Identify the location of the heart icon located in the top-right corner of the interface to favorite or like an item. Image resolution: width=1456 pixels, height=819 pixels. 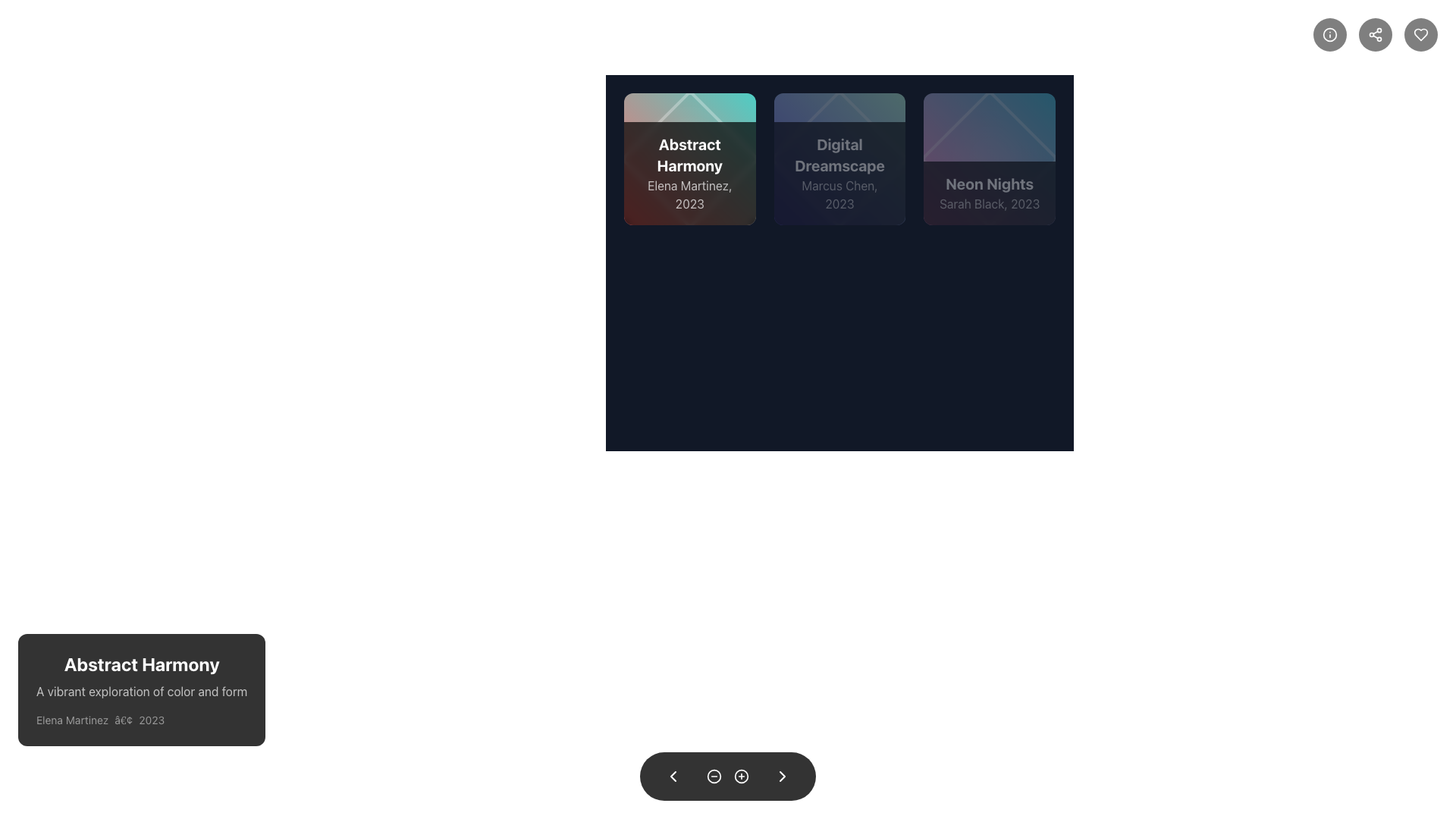
(1420, 34).